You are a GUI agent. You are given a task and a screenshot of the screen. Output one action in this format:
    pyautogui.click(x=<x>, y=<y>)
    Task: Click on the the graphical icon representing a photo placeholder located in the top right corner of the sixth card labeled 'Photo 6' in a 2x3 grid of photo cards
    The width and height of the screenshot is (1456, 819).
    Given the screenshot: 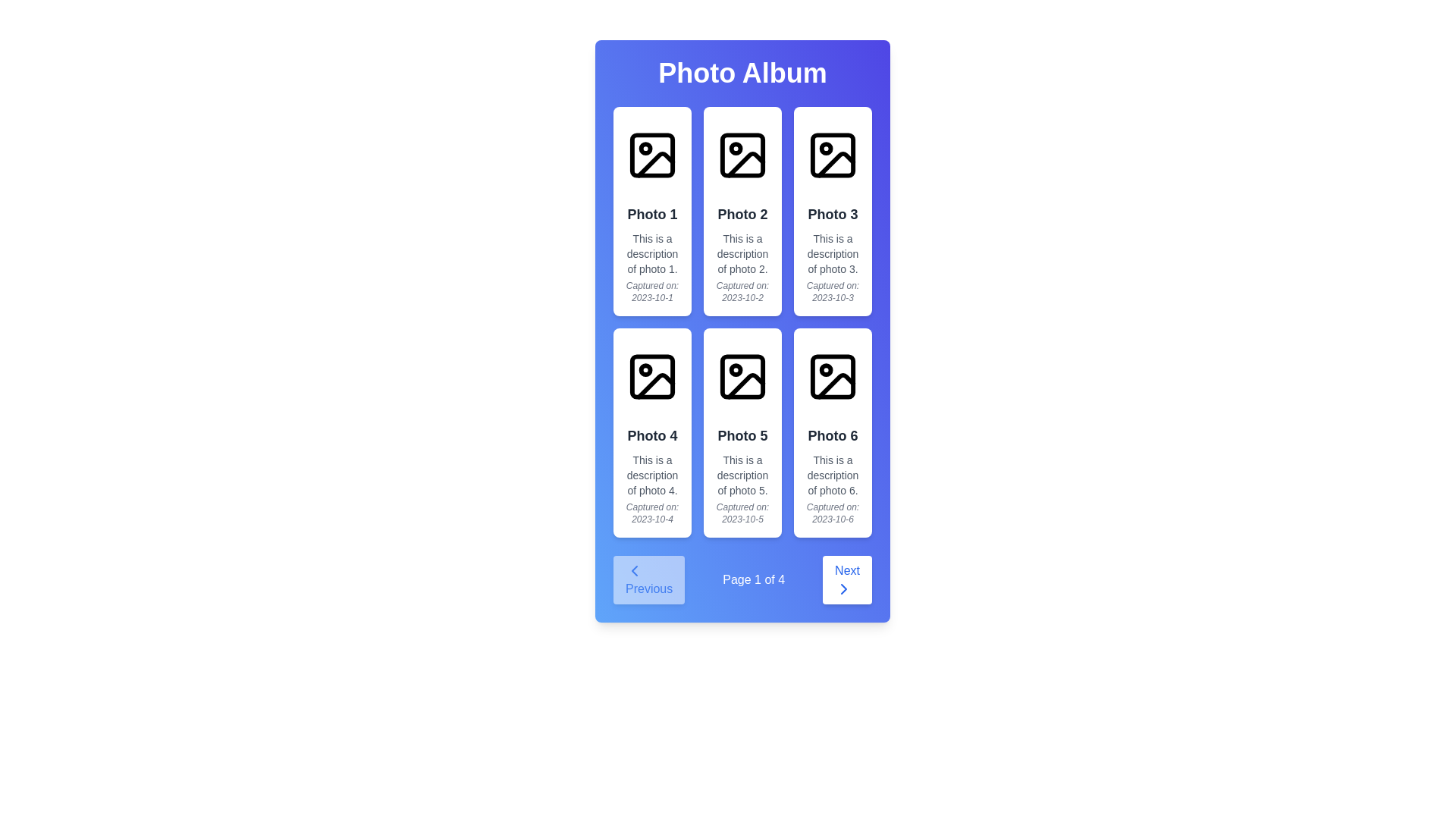 What is the action you would take?
    pyautogui.click(x=832, y=376)
    